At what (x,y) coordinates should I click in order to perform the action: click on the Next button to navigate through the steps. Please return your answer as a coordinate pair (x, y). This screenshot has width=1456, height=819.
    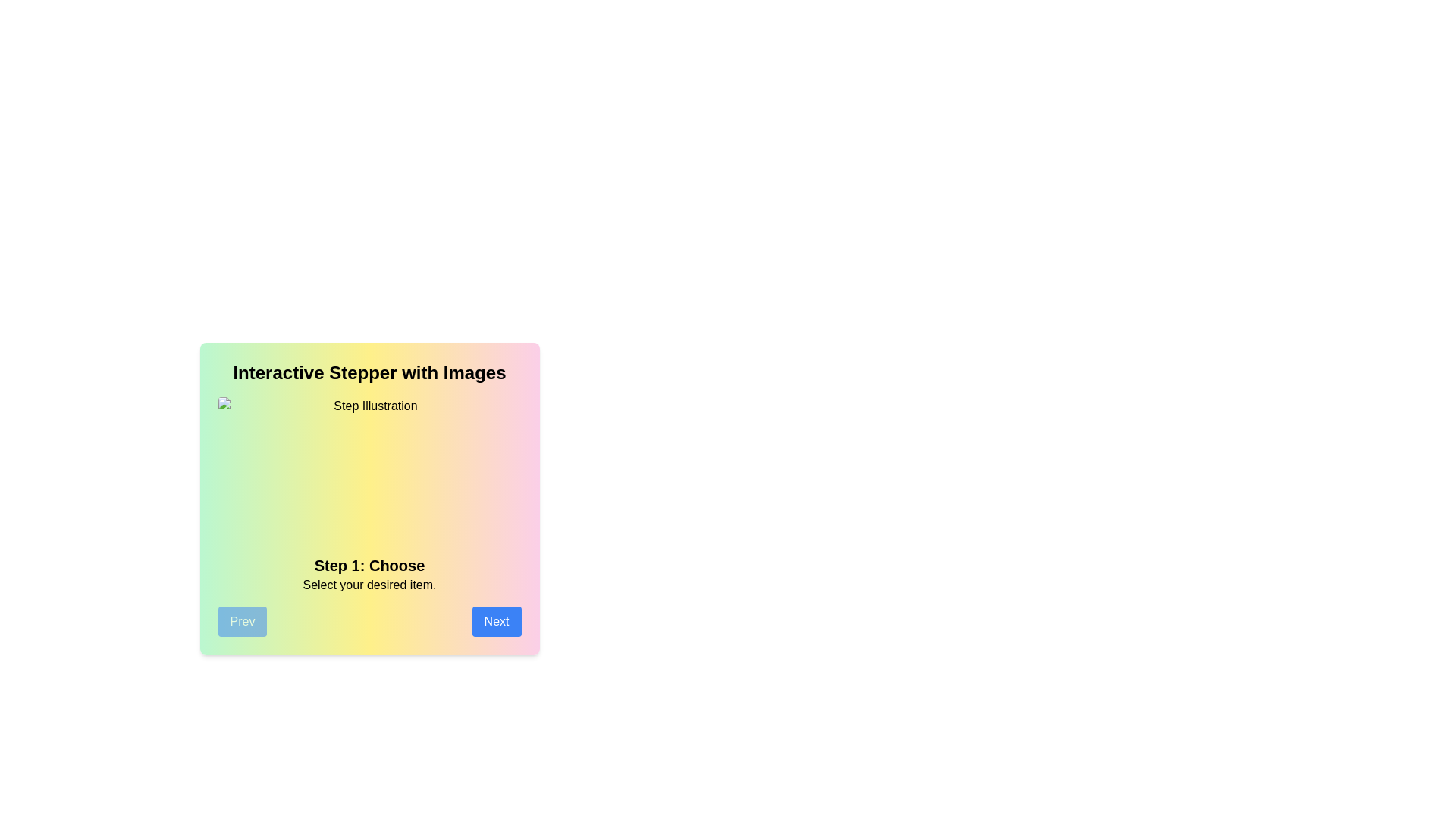
    Looking at the image, I should click on (497, 622).